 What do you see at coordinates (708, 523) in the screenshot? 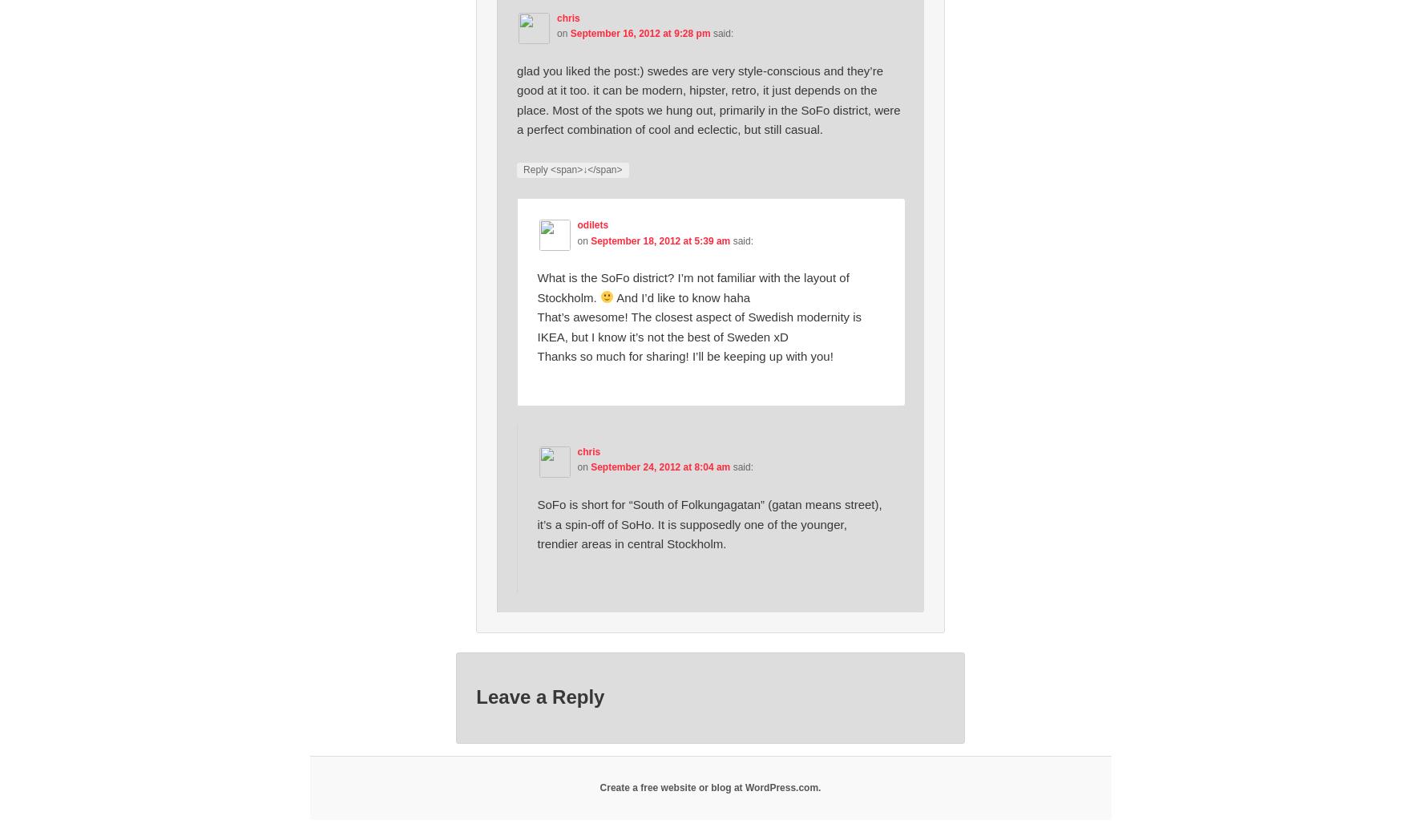
I see `'SoFo is short for “South of Folkungagatan” (gatan means street), it’s a spin-off of SoHo.  It is supposedly one of the younger, trendier areas in central Stockholm.'` at bounding box center [708, 523].